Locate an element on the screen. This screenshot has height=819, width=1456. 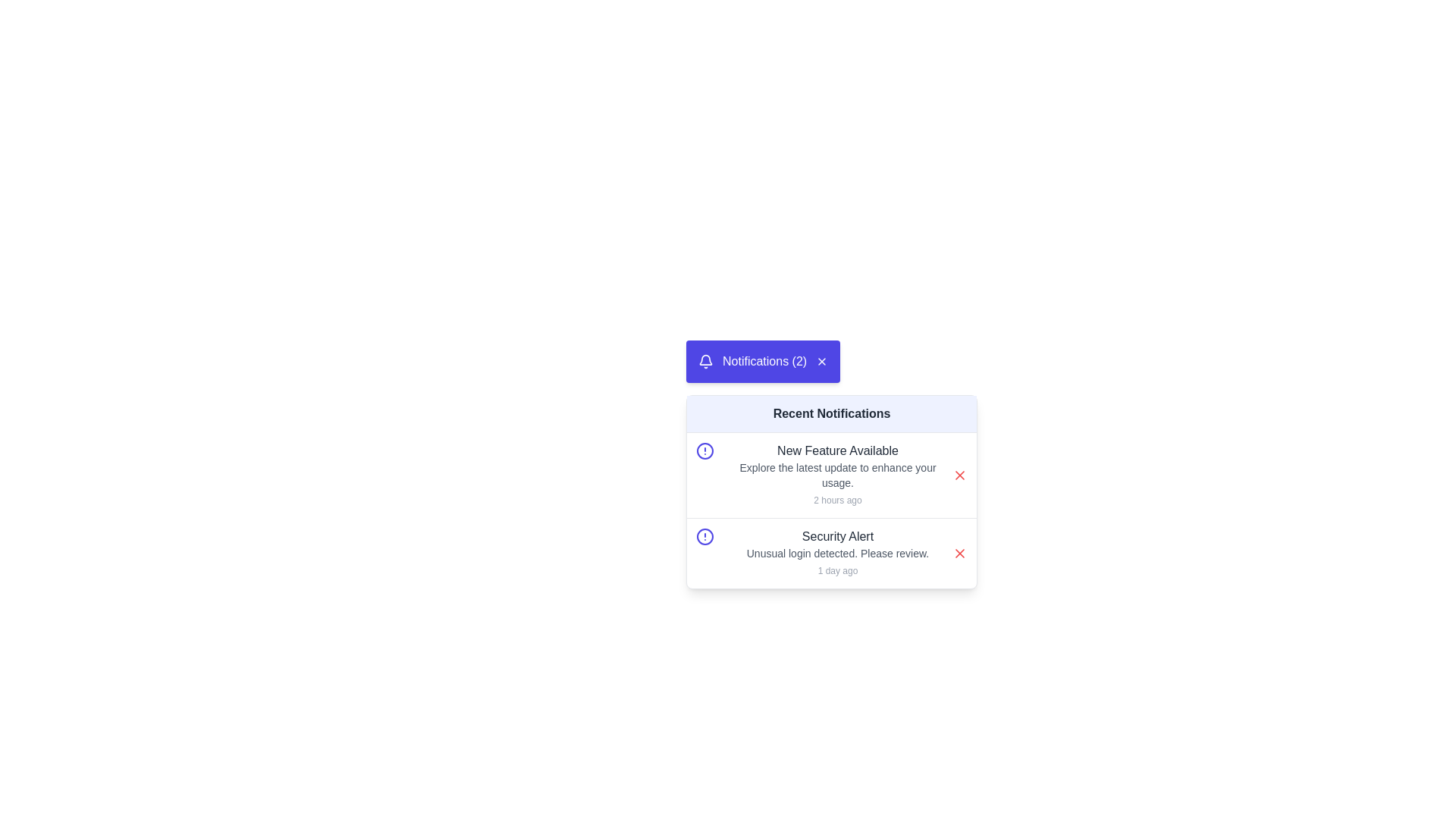
the indigo SVG circle element that represents a warning icon within the 'Security Alert' notification under 'Recent Notifications' is located at coordinates (704, 536).